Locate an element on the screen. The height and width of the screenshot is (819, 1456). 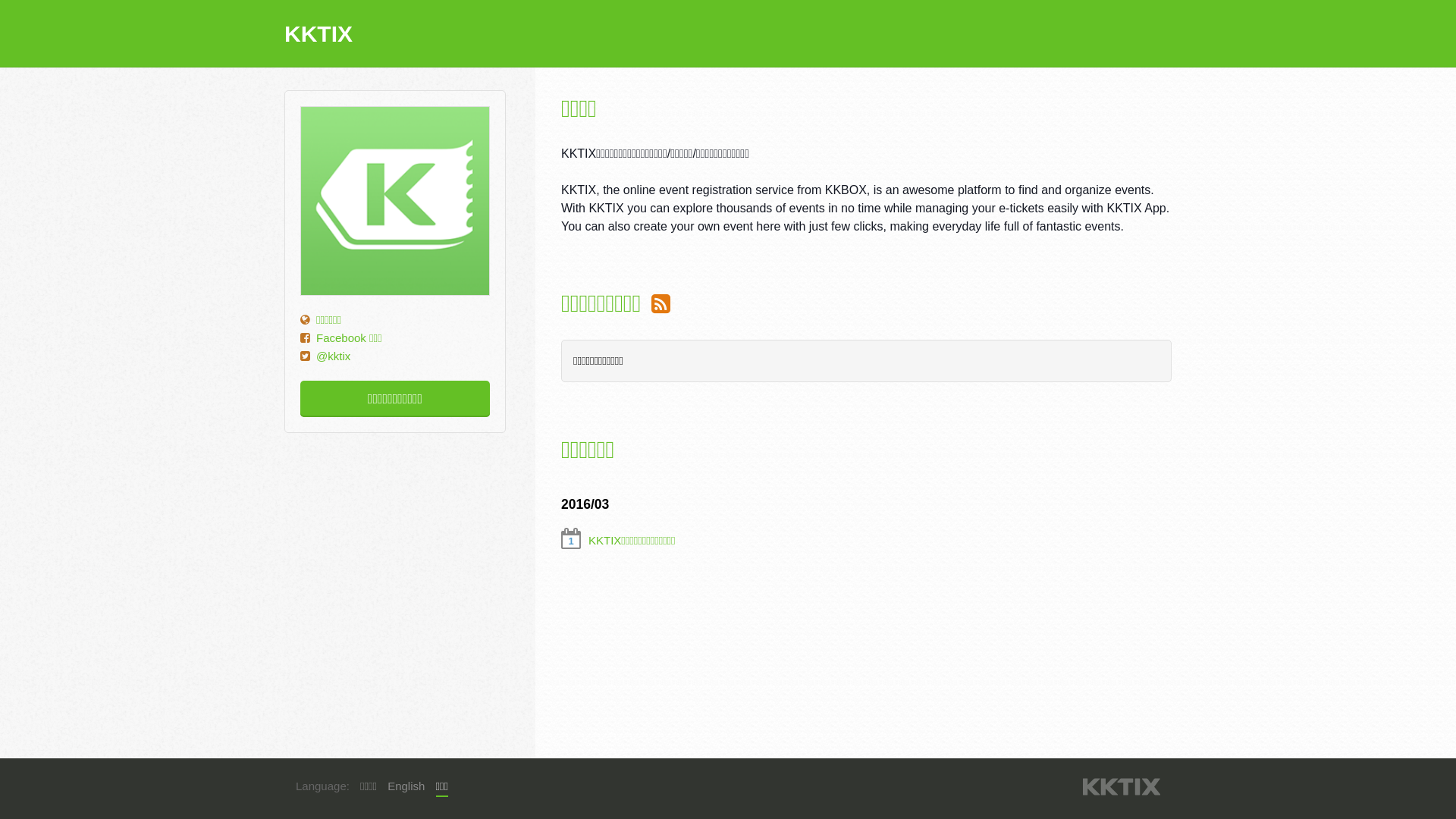
'Organization Events RSS' is located at coordinates (651, 303).